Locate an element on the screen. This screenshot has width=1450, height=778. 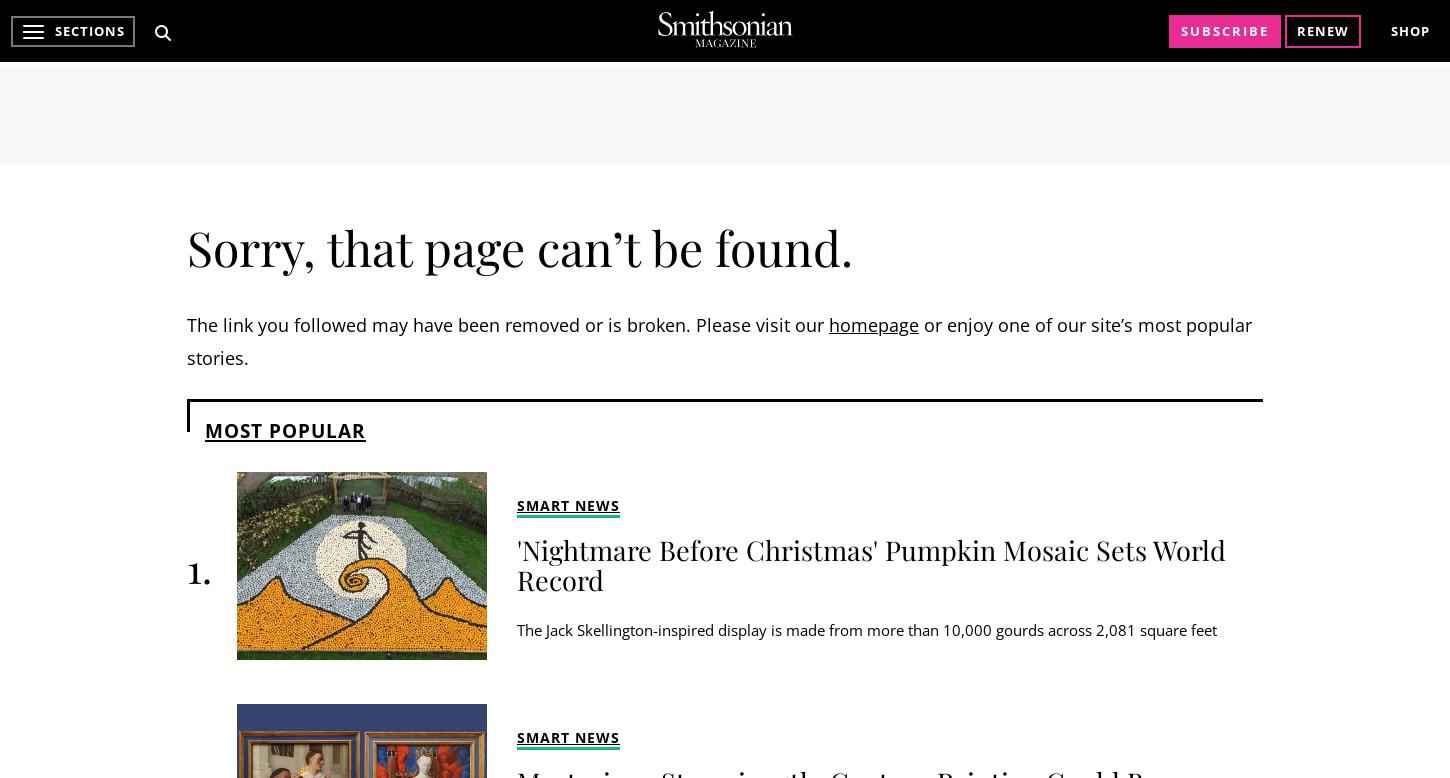
'Renew' is located at coordinates (1297, 30).